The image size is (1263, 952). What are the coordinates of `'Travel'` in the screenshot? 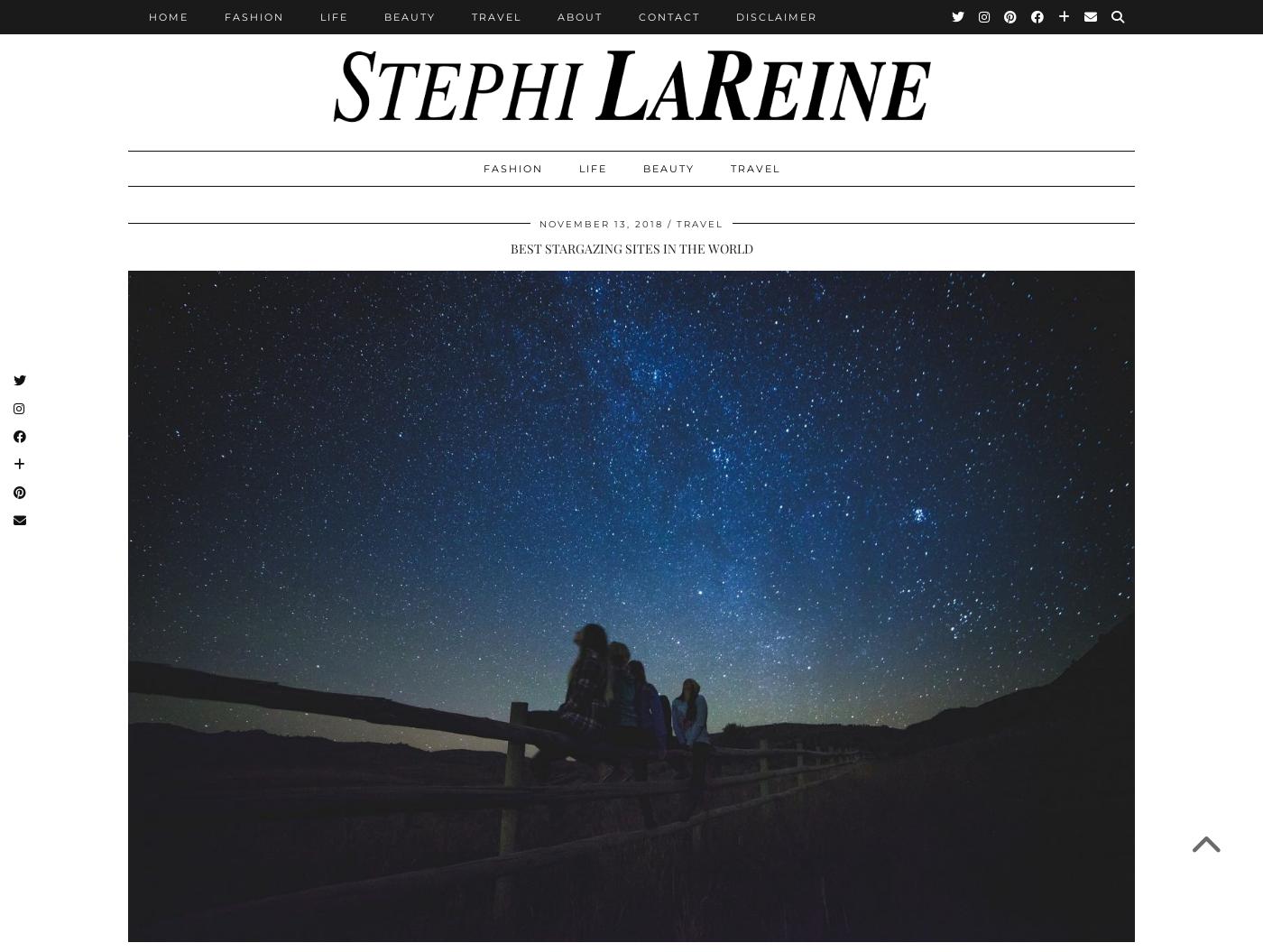 It's located at (496, 16).